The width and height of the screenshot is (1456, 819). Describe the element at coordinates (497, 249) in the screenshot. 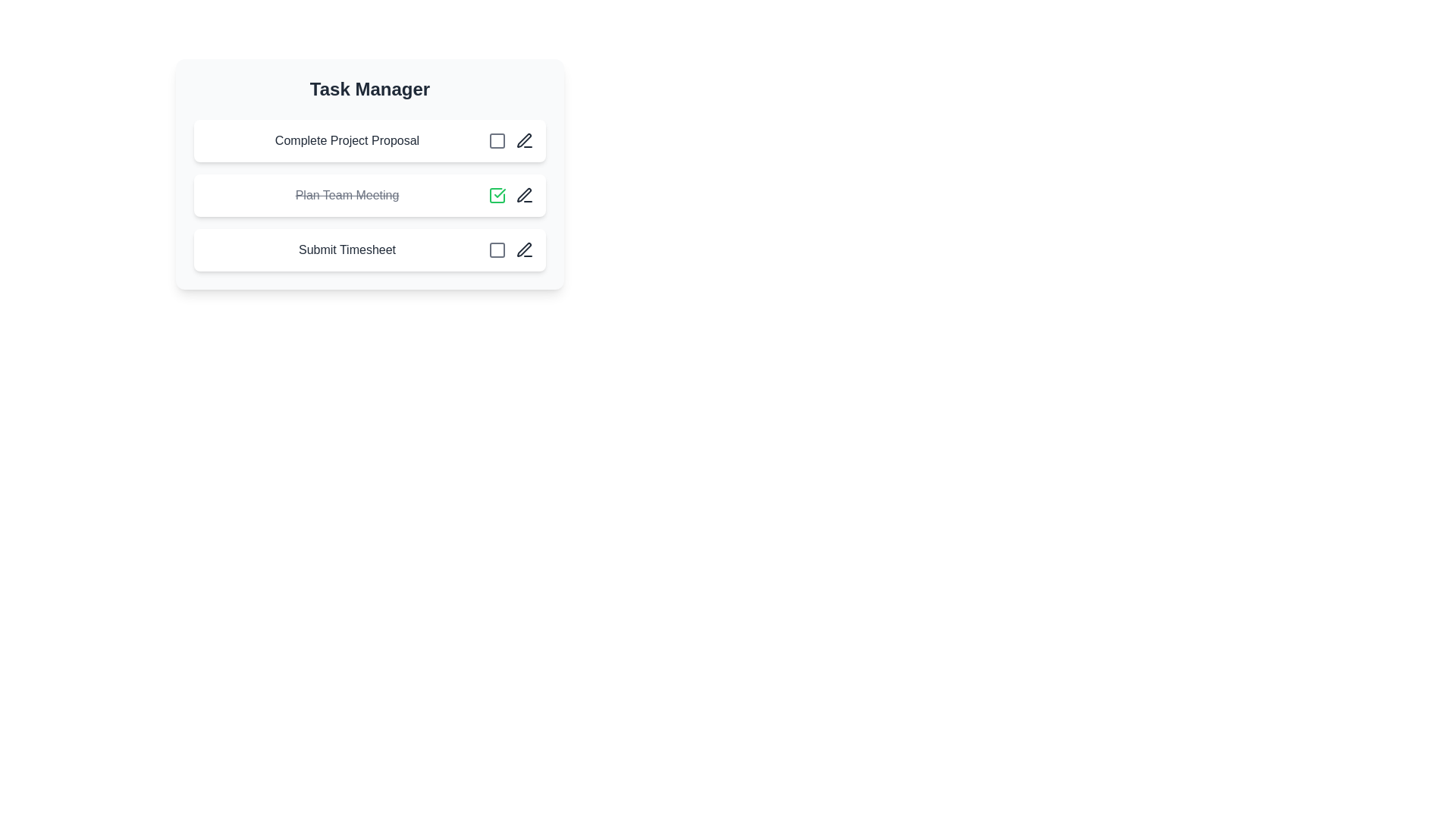

I see `the checkbox-like toggle element next to the 'Submit Timesheet' task in the third row` at that location.